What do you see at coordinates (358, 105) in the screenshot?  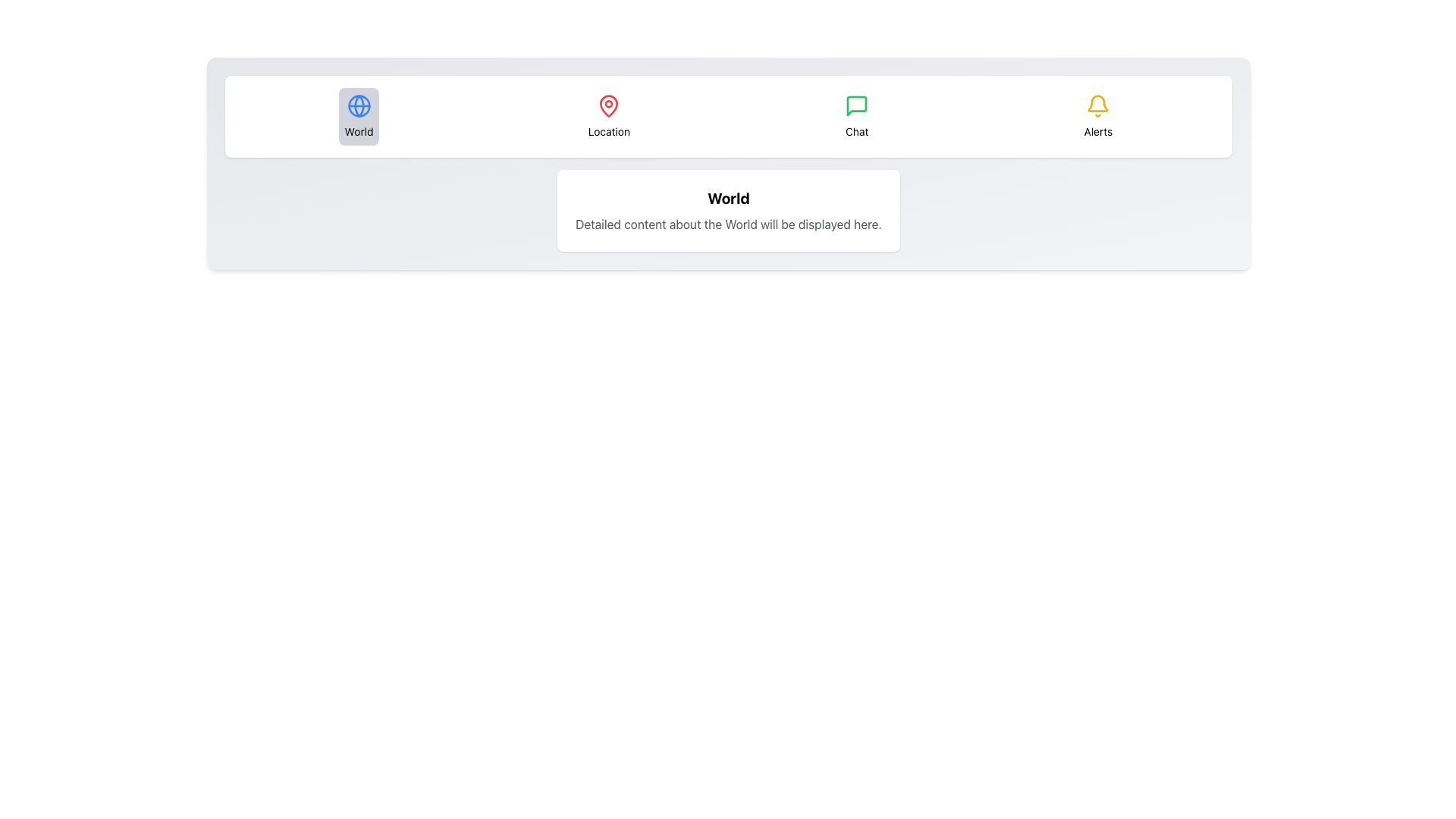 I see `the blue globe icon with a grid pattern in the top navigation bar` at bounding box center [358, 105].